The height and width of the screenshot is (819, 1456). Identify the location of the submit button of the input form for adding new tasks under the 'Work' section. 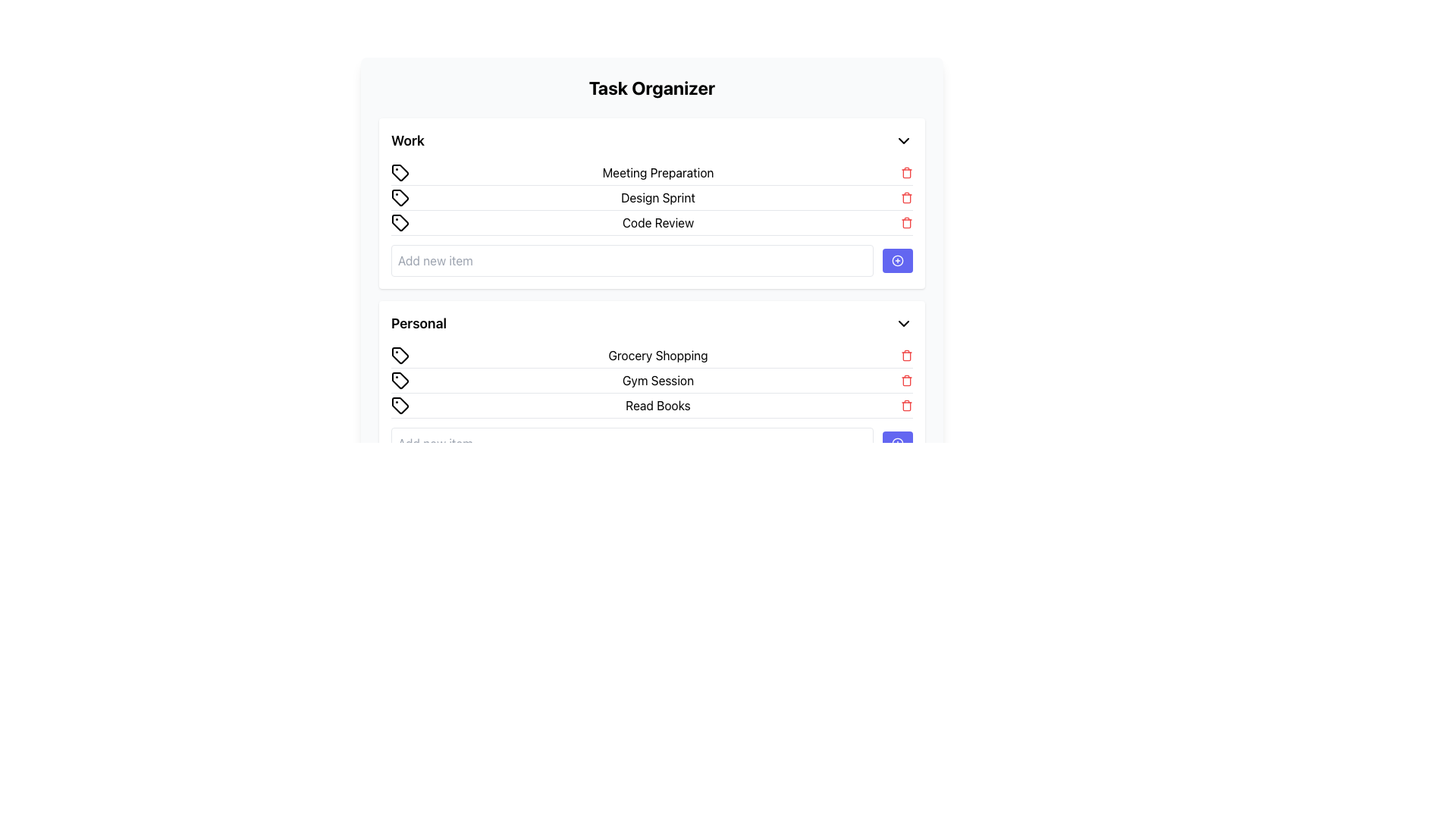
(651, 259).